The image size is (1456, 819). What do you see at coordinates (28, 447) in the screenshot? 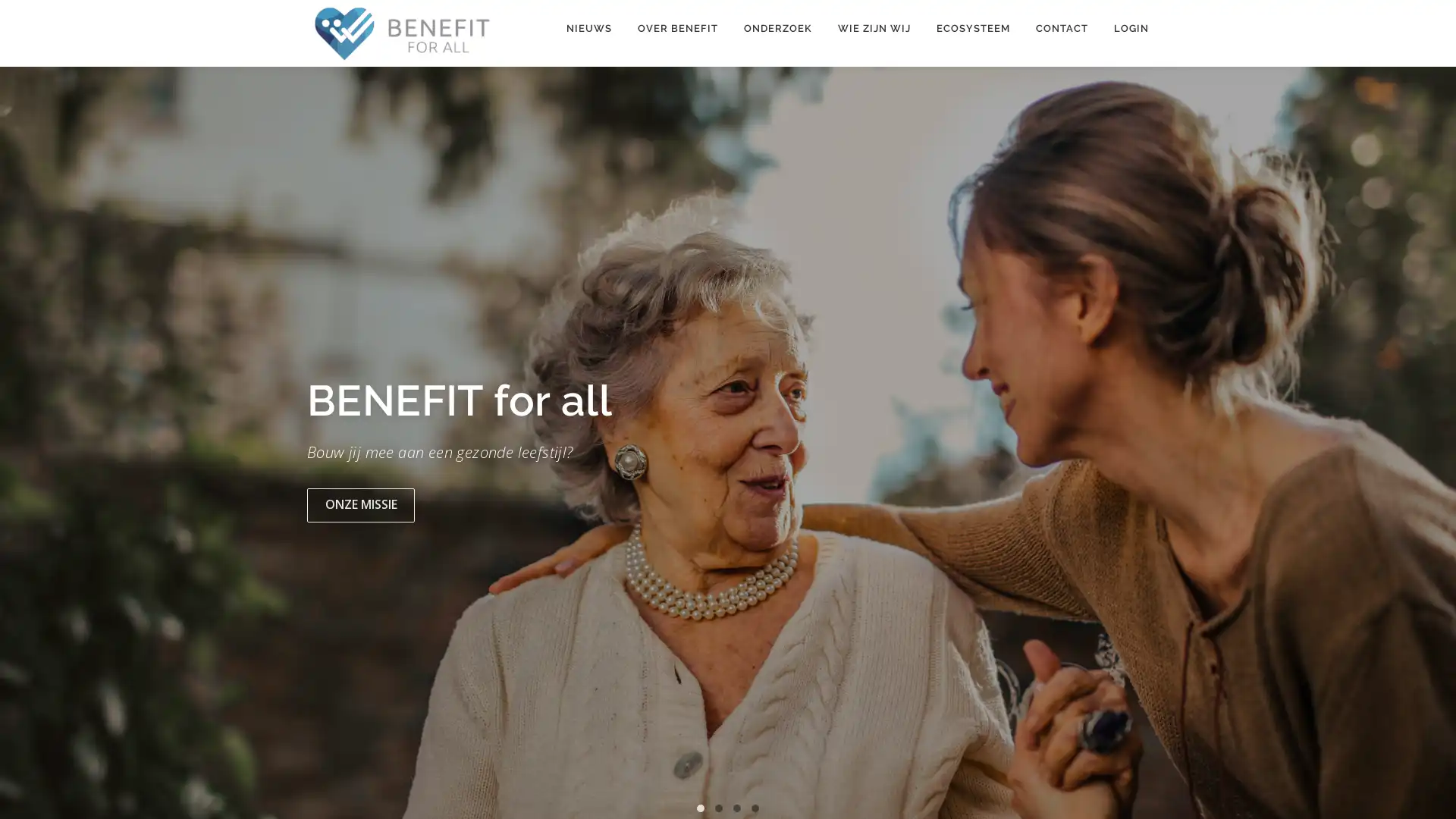
I see `Previous` at bounding box center [28, 447].